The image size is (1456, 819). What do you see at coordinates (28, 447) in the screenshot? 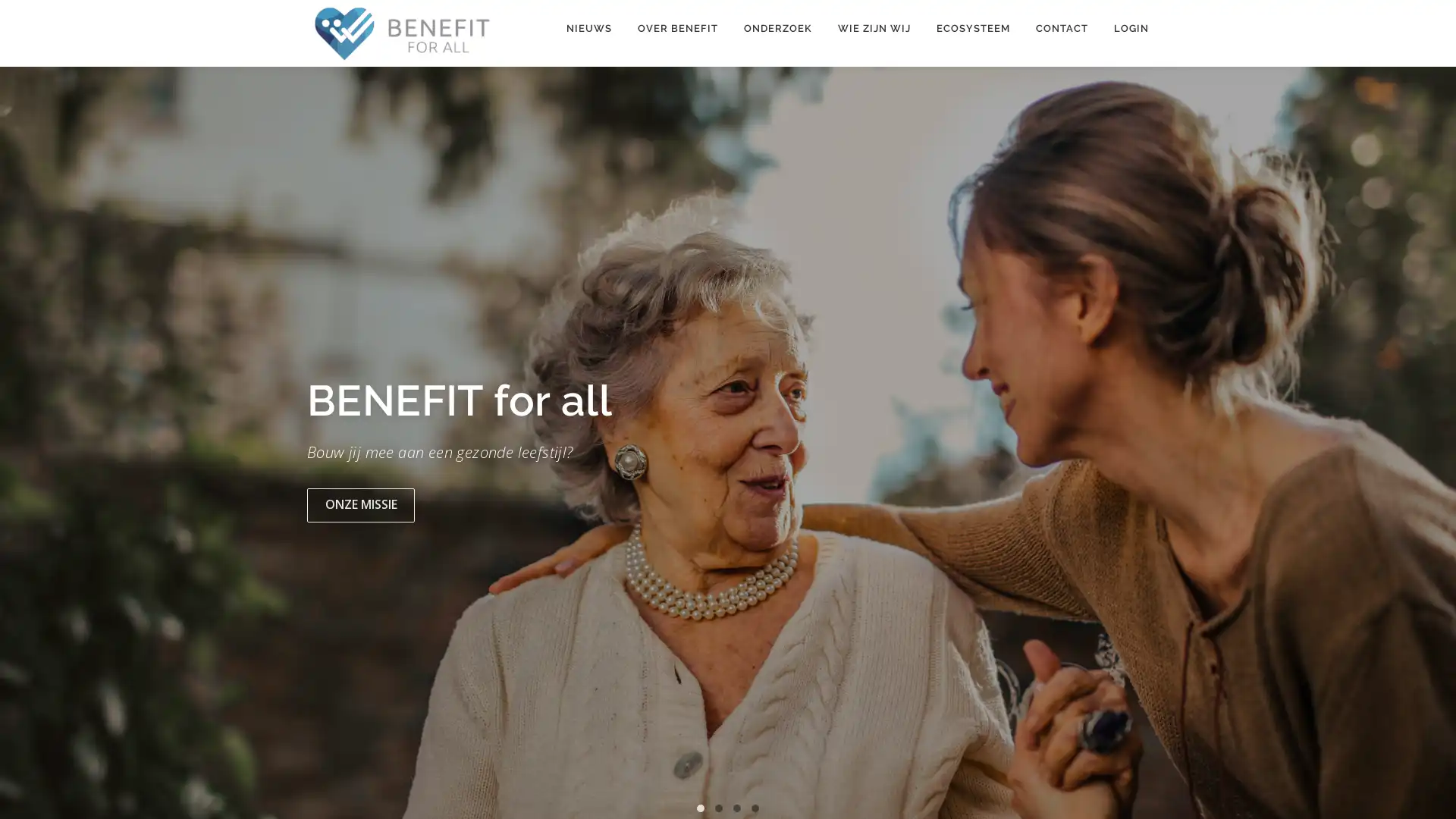
I see `Previous` at bounding box center [28, 447].